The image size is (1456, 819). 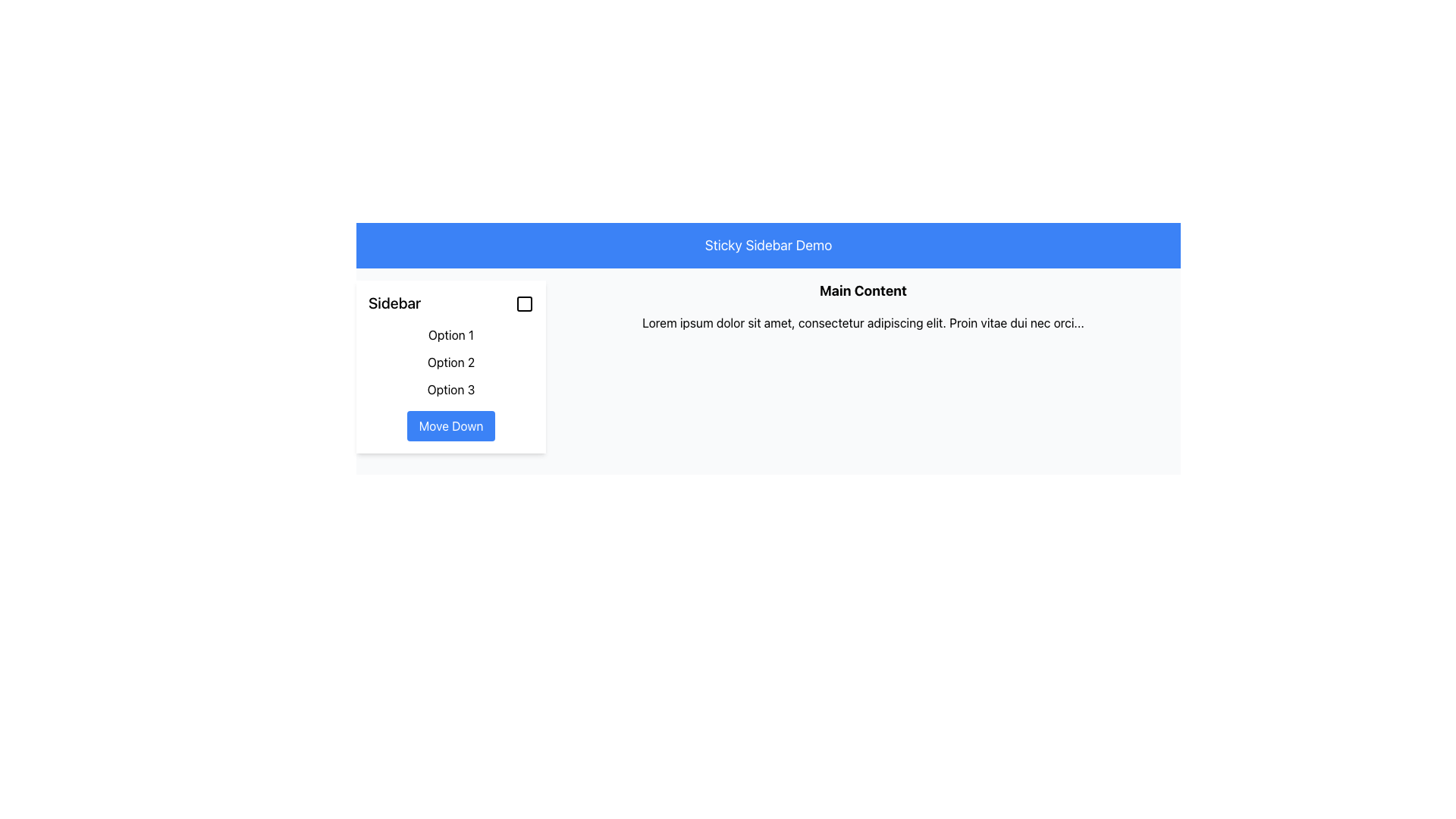 I want to click on the list of linked text items located in the sidebar beneath the title 'Sidebar' and above the 'Move Down' button, so click(x=450, y=362).